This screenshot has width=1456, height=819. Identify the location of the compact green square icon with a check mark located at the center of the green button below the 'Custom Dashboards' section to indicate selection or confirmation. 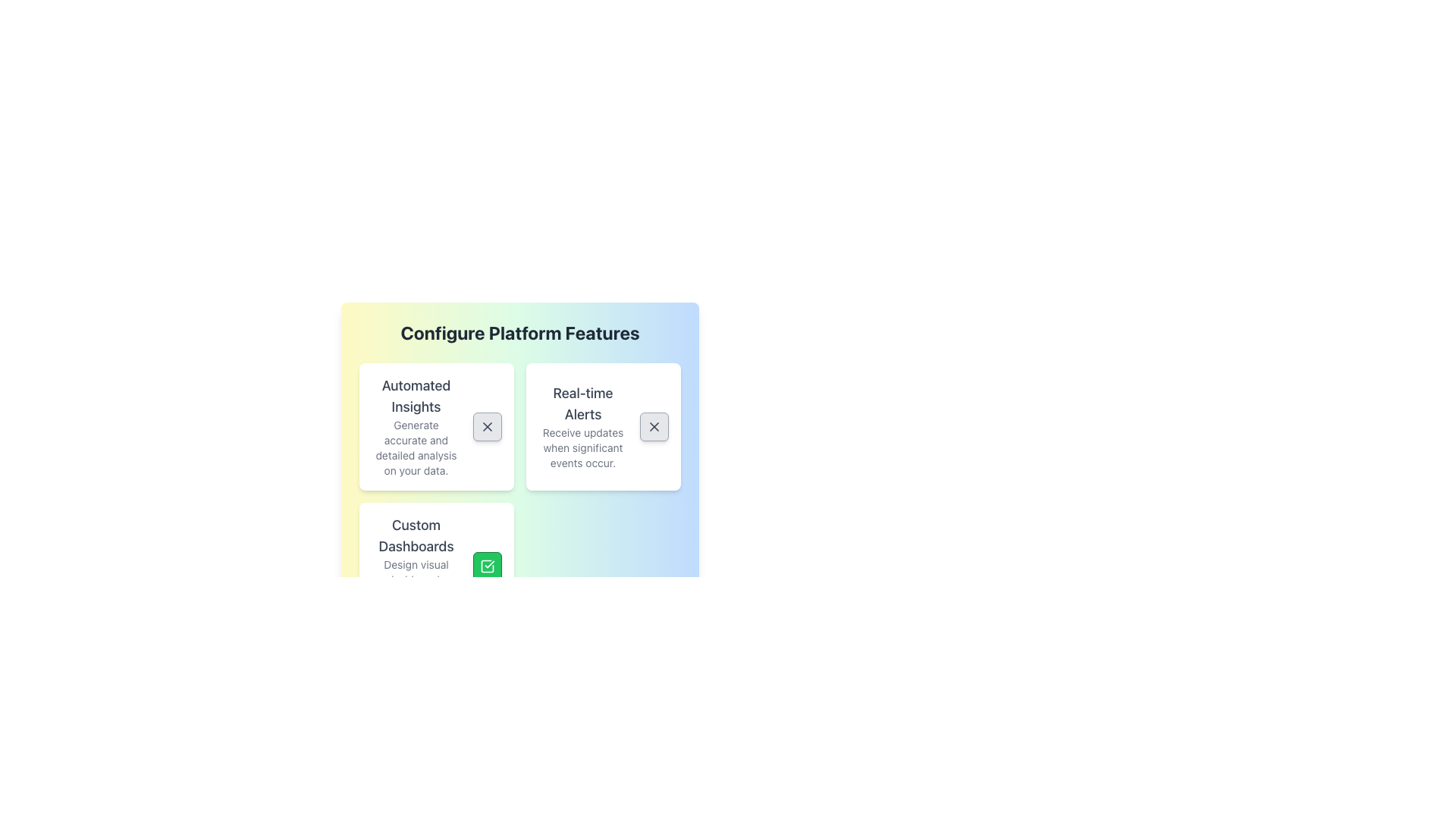
(488, 566).